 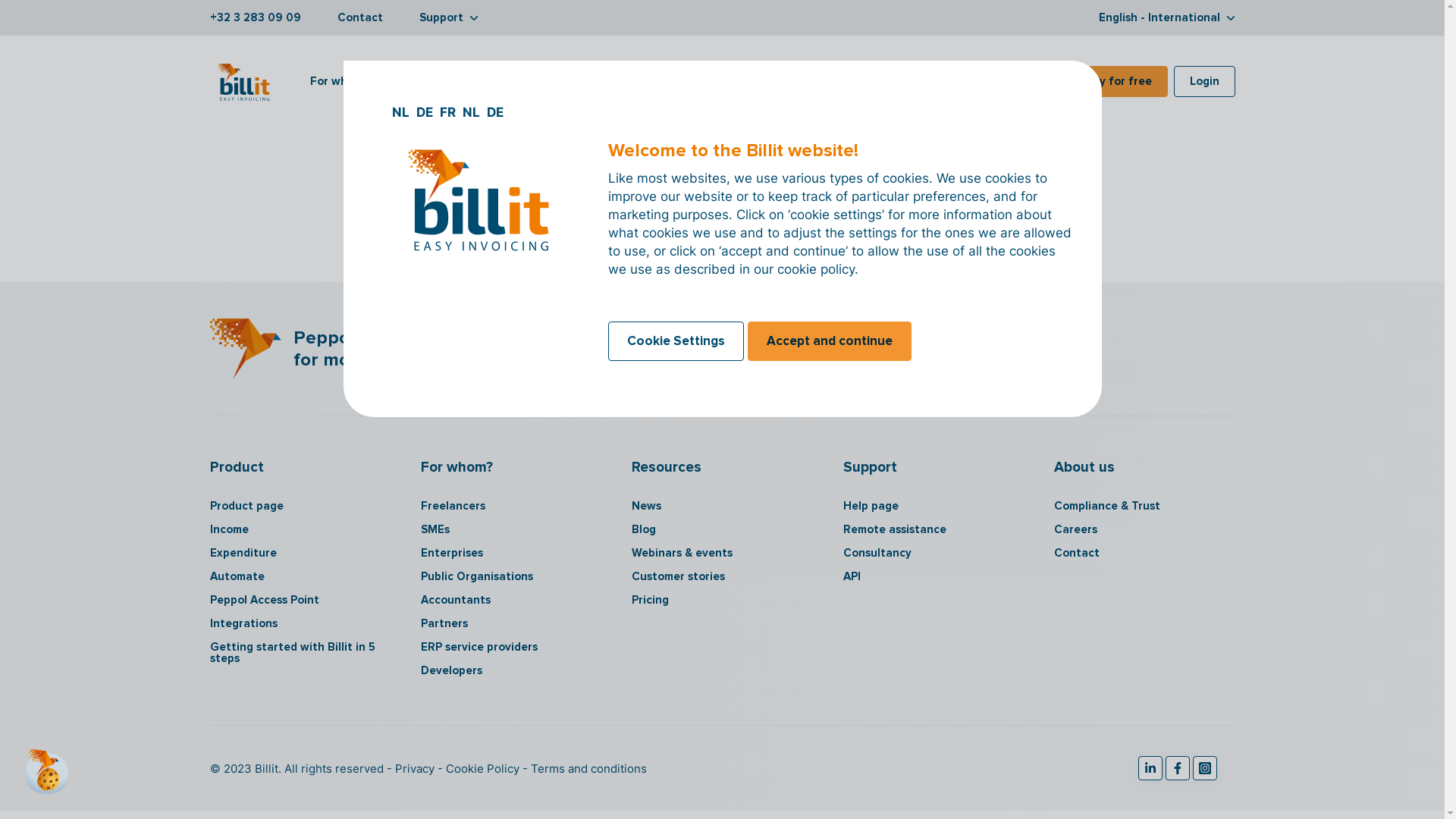 What do you see at coordinates (720, 576) in the screenshot?
I see `'Customer stories'` at bounding box center [720, 576].